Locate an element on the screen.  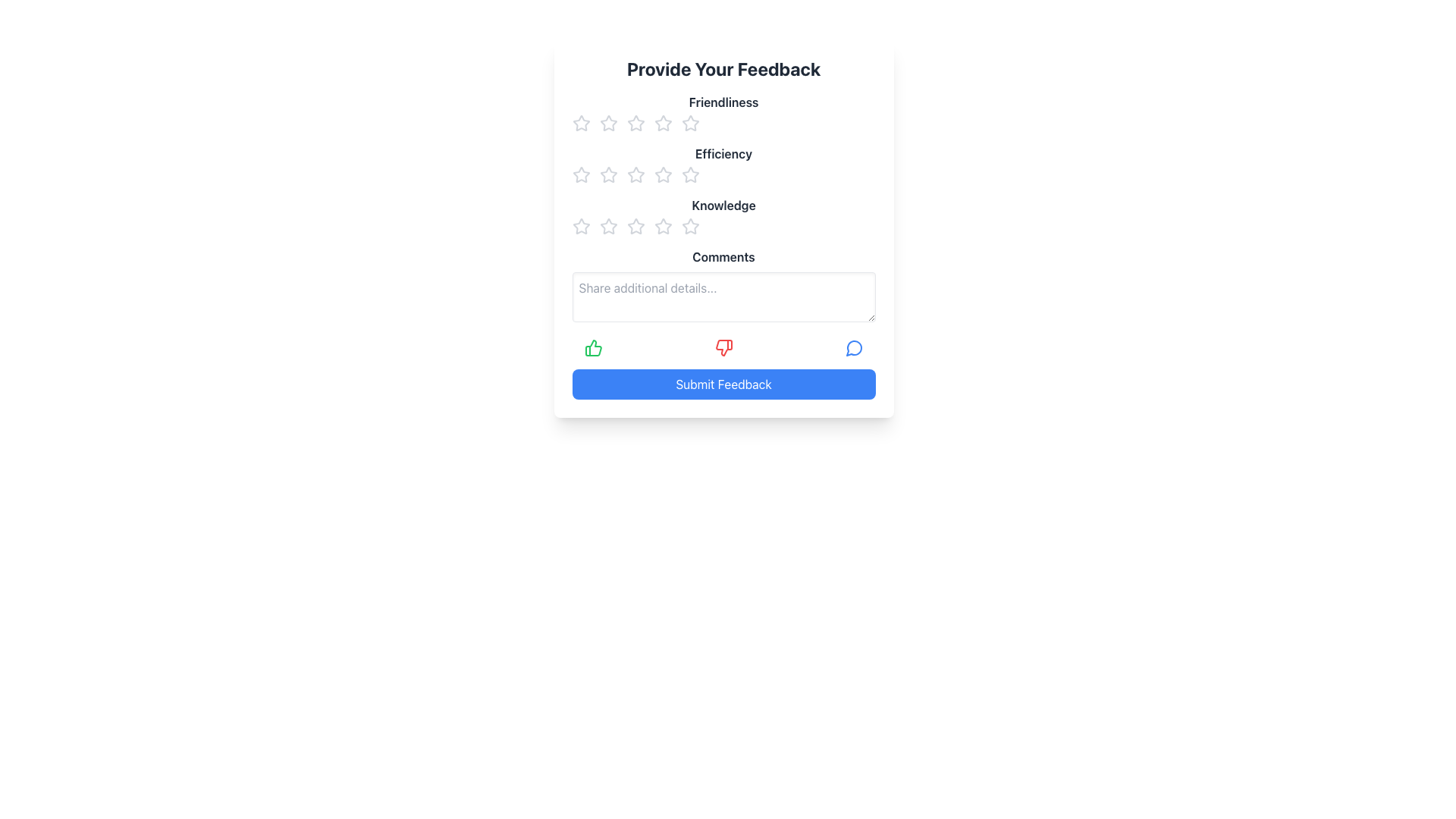
the third star icon from the left in the 'Knowledge' rating section is located at coordinates (689, 226).